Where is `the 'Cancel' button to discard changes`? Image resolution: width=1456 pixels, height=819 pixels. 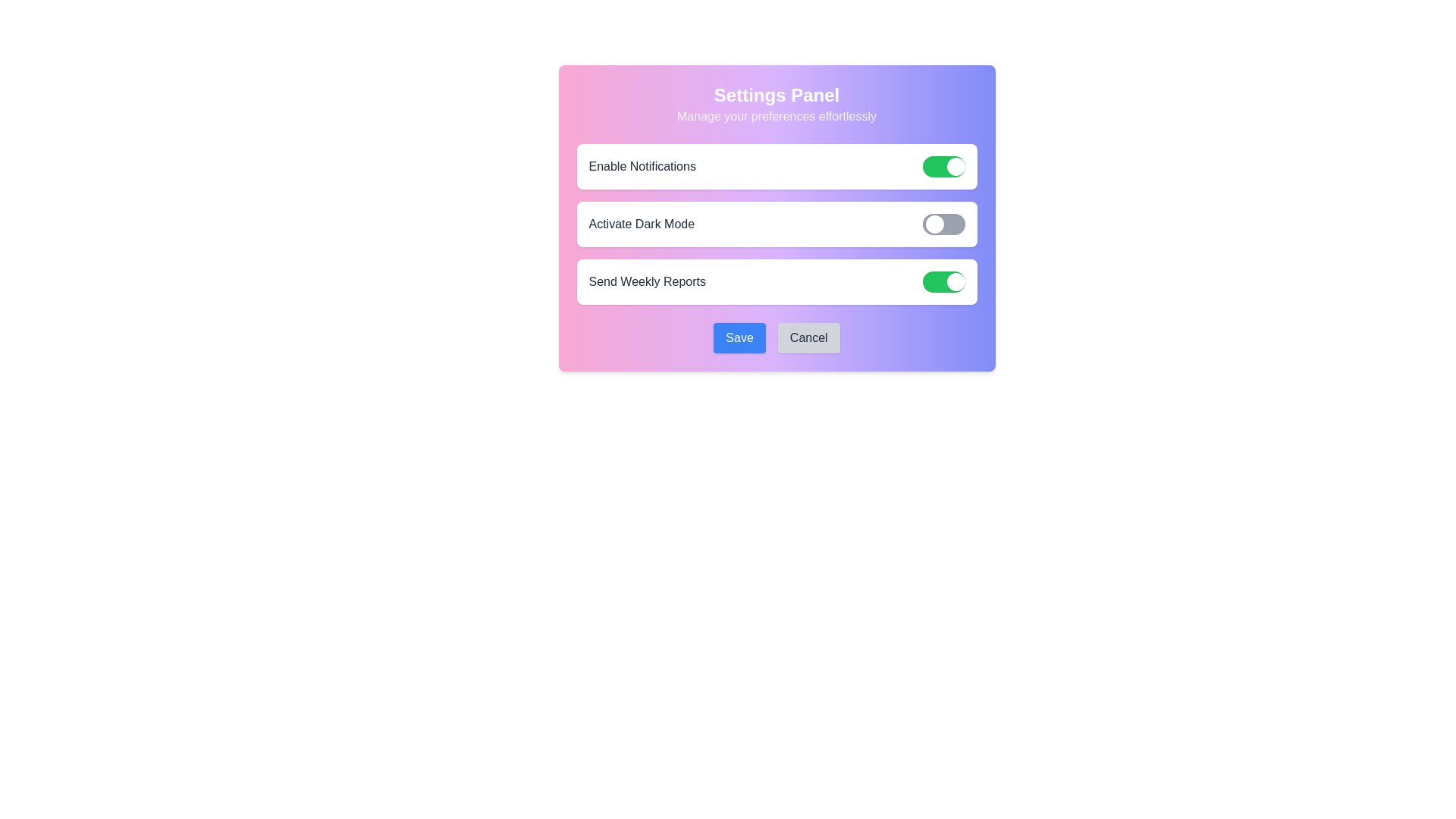
the 'Cancel' button to discard changes is located at coordinates (807, 337).